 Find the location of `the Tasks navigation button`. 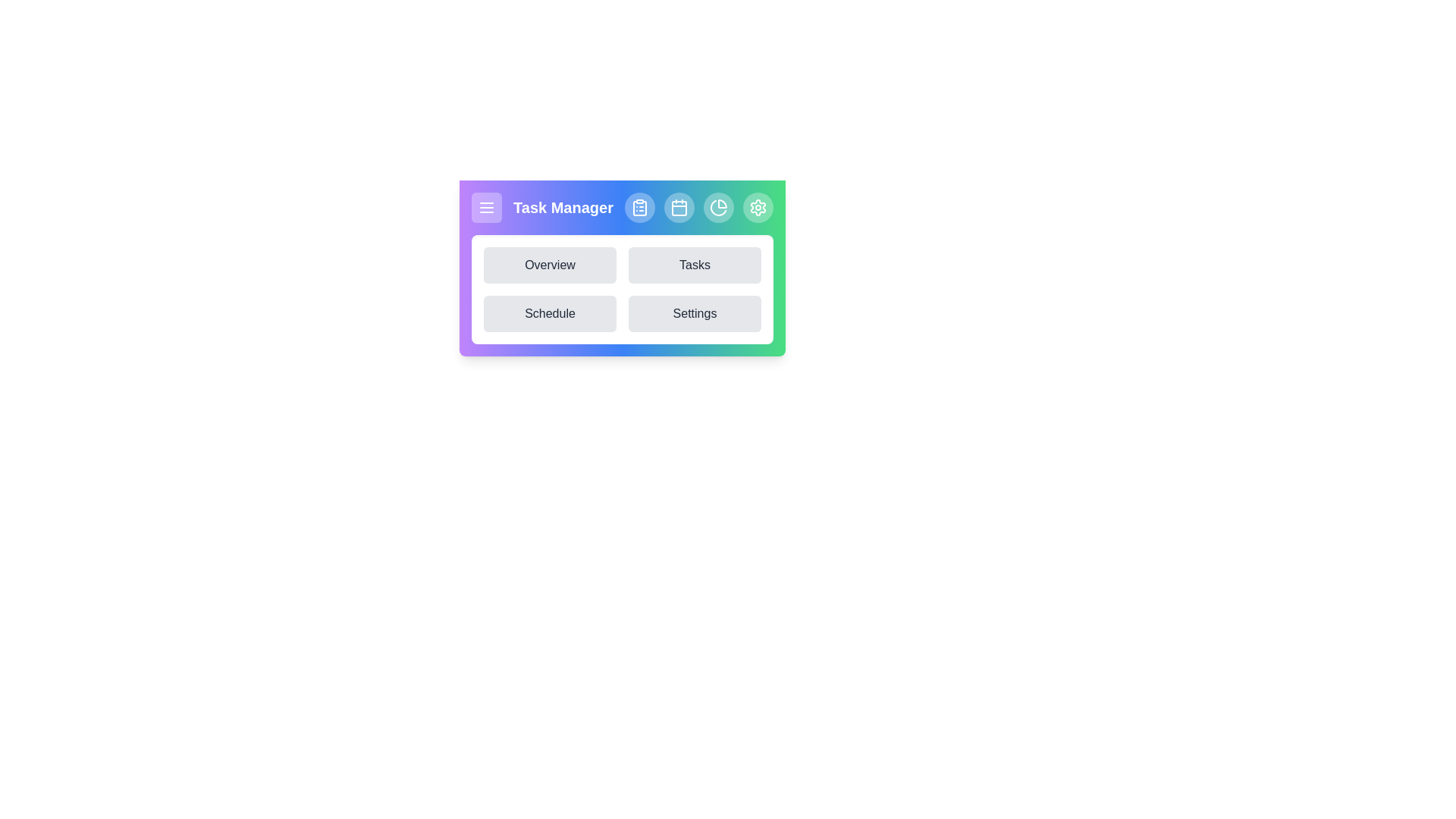

the Tasks navigation button is located at coordinates (694, 265).